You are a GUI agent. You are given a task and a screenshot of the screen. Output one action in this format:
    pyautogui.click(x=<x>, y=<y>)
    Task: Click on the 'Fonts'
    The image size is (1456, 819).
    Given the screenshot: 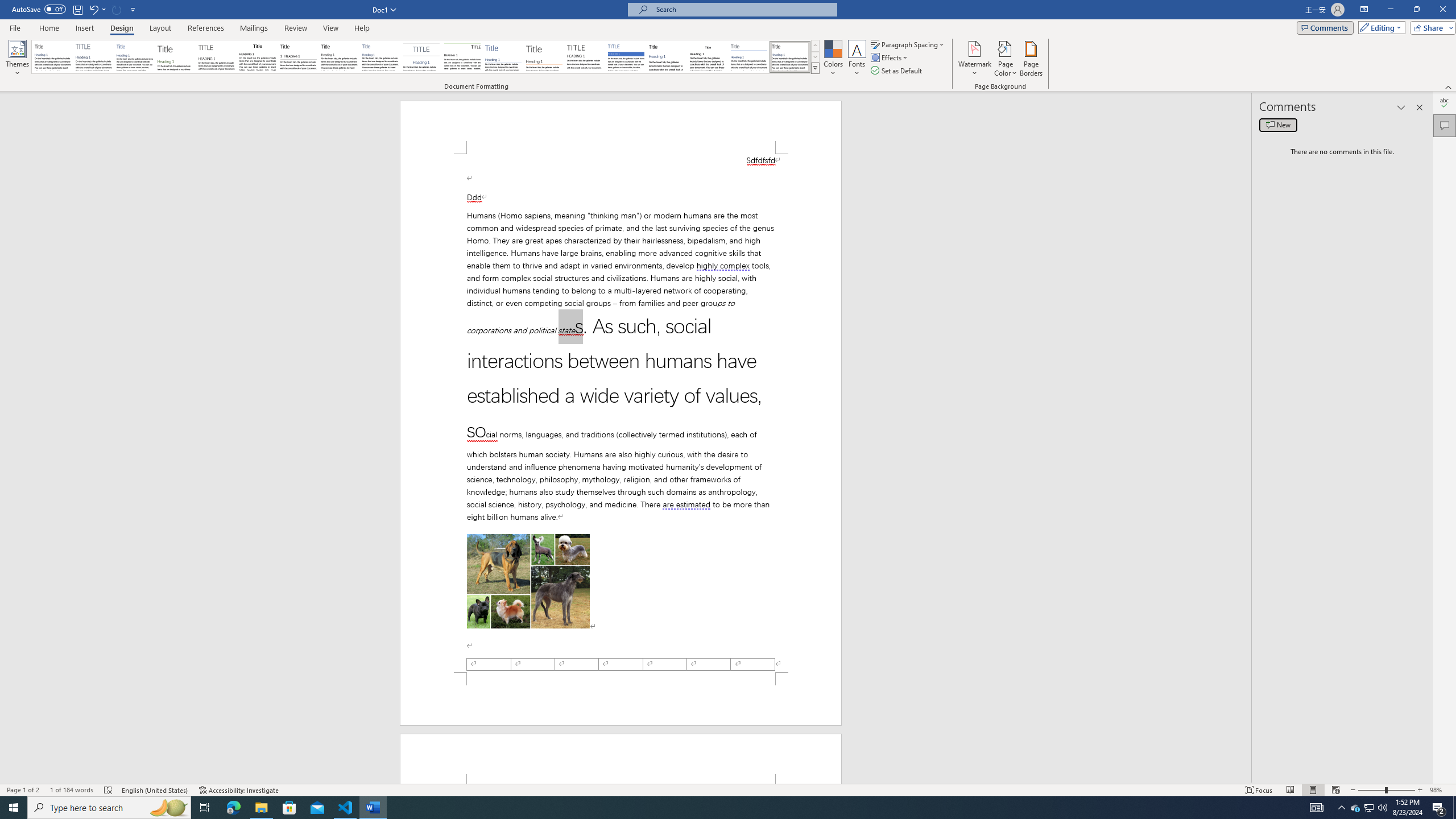 What is the action you would take?
    pyautogui.click(x=856, y=59)
    